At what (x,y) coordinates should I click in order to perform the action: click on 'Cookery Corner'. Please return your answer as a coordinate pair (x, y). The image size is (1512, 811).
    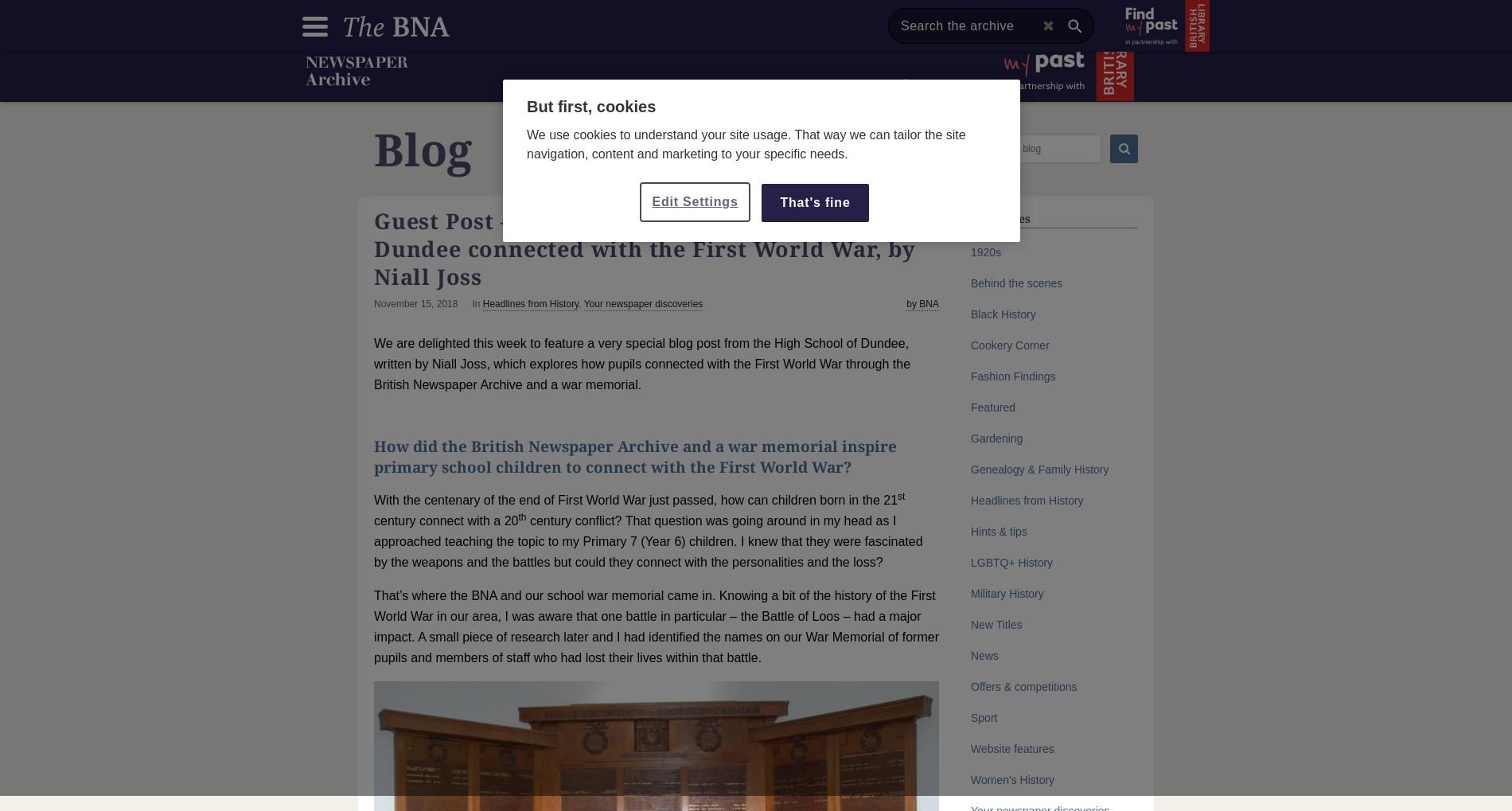
    Looking at the image, I should click on (1009, 345).